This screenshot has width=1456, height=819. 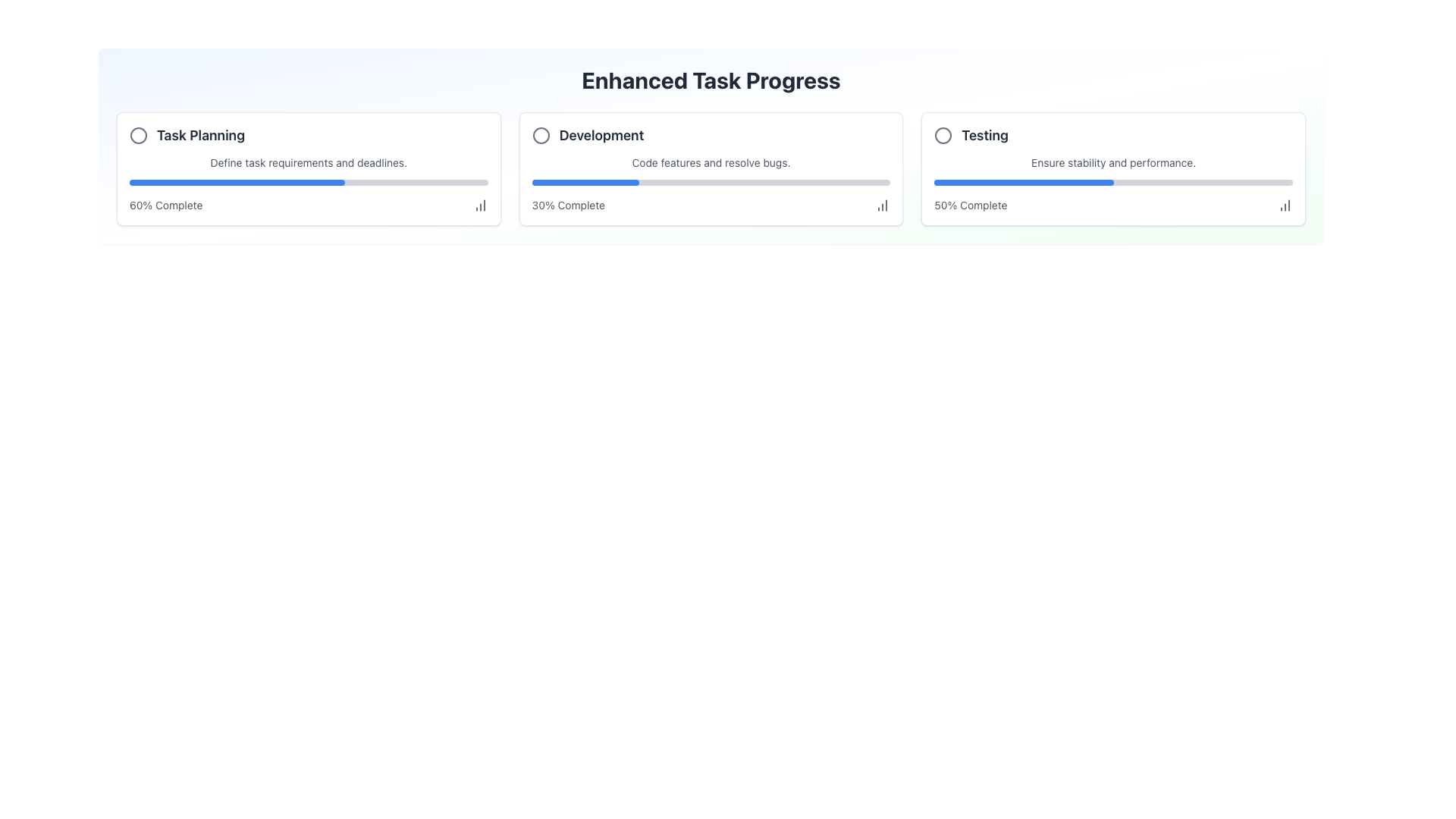 I want to click on the icon located at the bottom-right of the 'Testing' card, which indicates access to chart or statistical data related to the progress of the 'Testing' task, so click(x=1284, y=205).